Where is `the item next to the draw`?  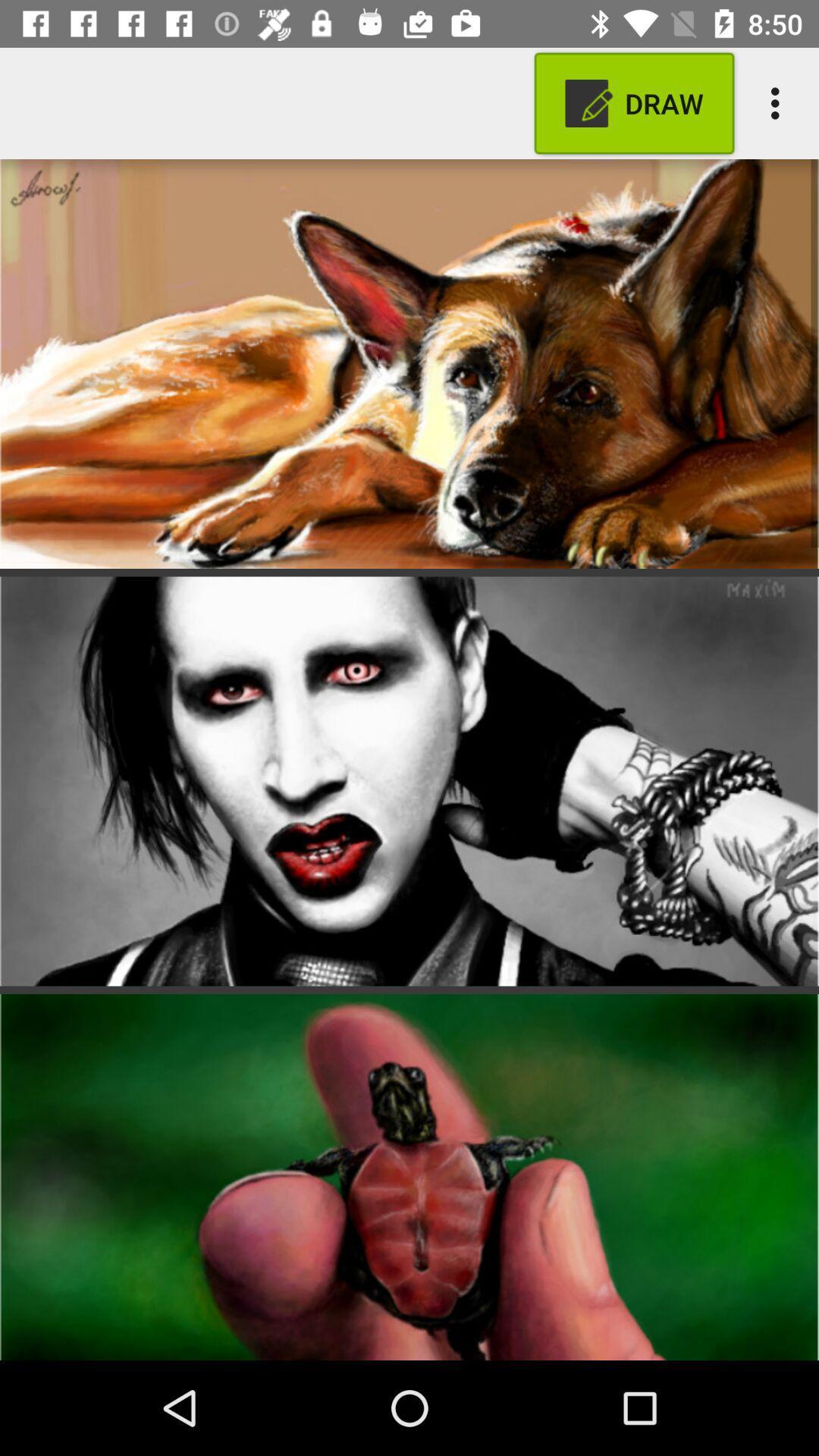 the item next to the draw is located at coordinates (779, 102).